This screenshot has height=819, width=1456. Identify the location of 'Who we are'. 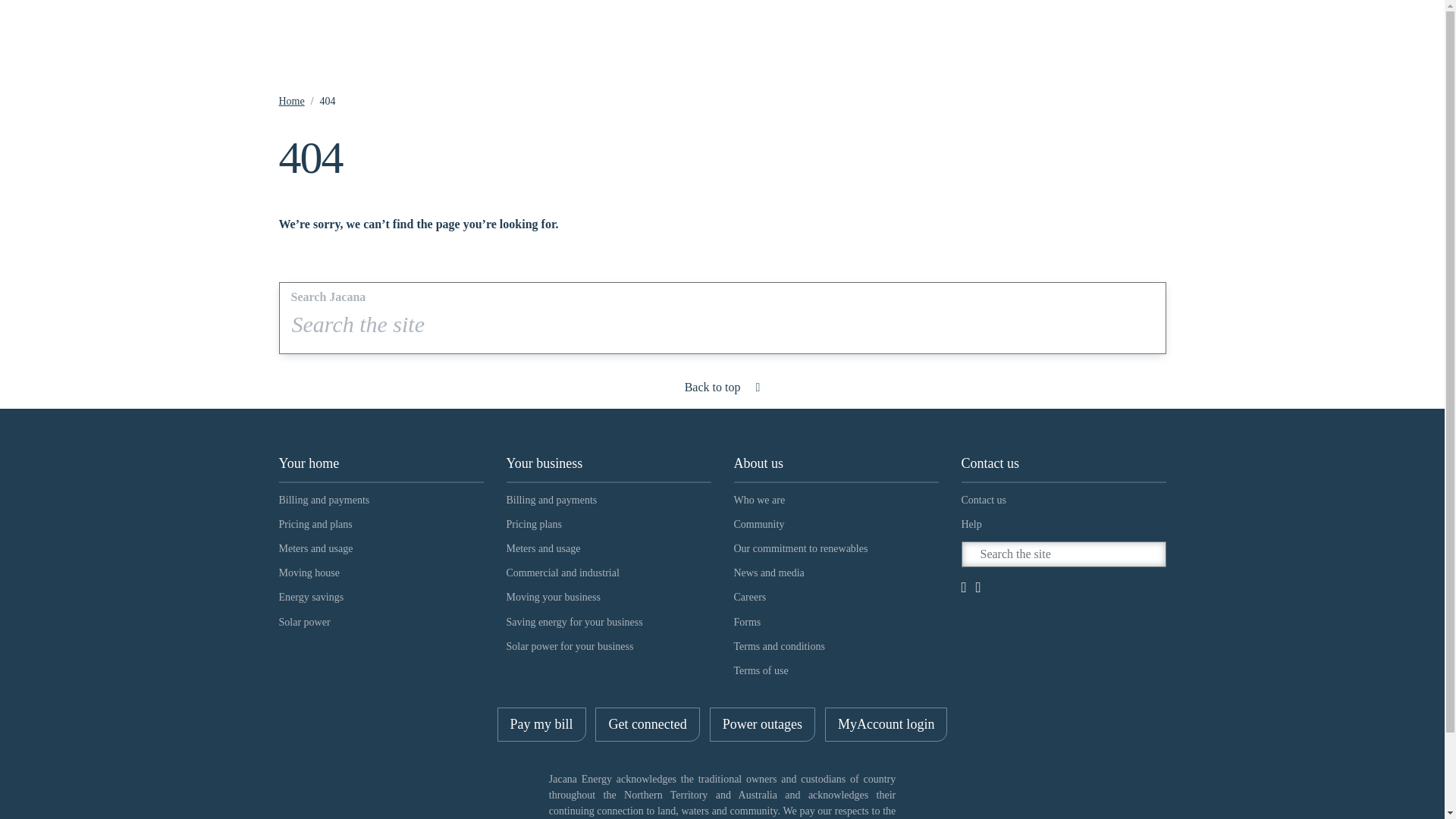
(836, 500).